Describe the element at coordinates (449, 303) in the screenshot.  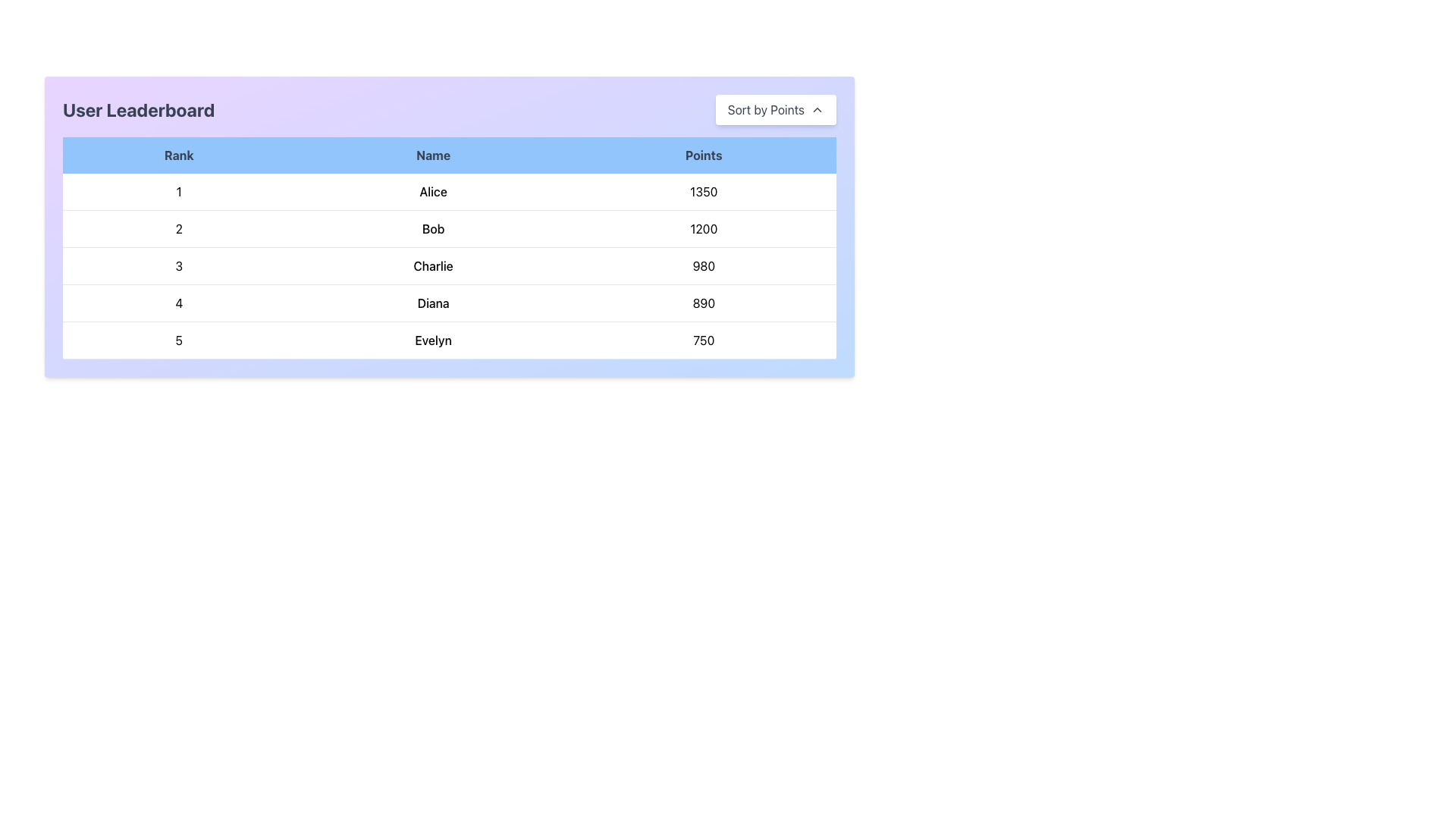
I see `the individual's name in the fourth row of the leaderboard table, which displays the user's ranking, name, and points` at that location.